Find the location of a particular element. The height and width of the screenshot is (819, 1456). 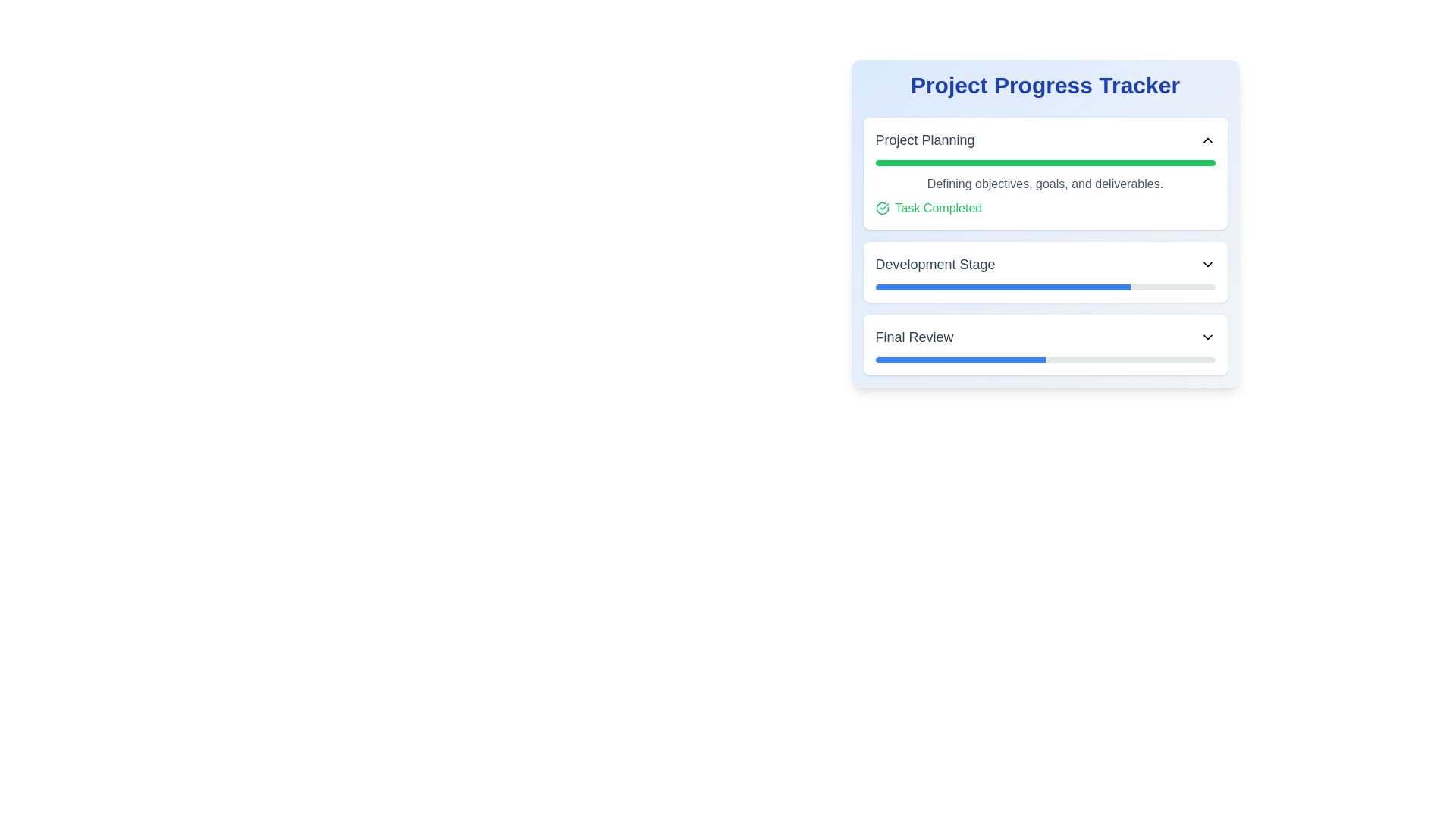

the completion percentage of the 'Final Review' progress bar is located at coordinates (1004, 359).